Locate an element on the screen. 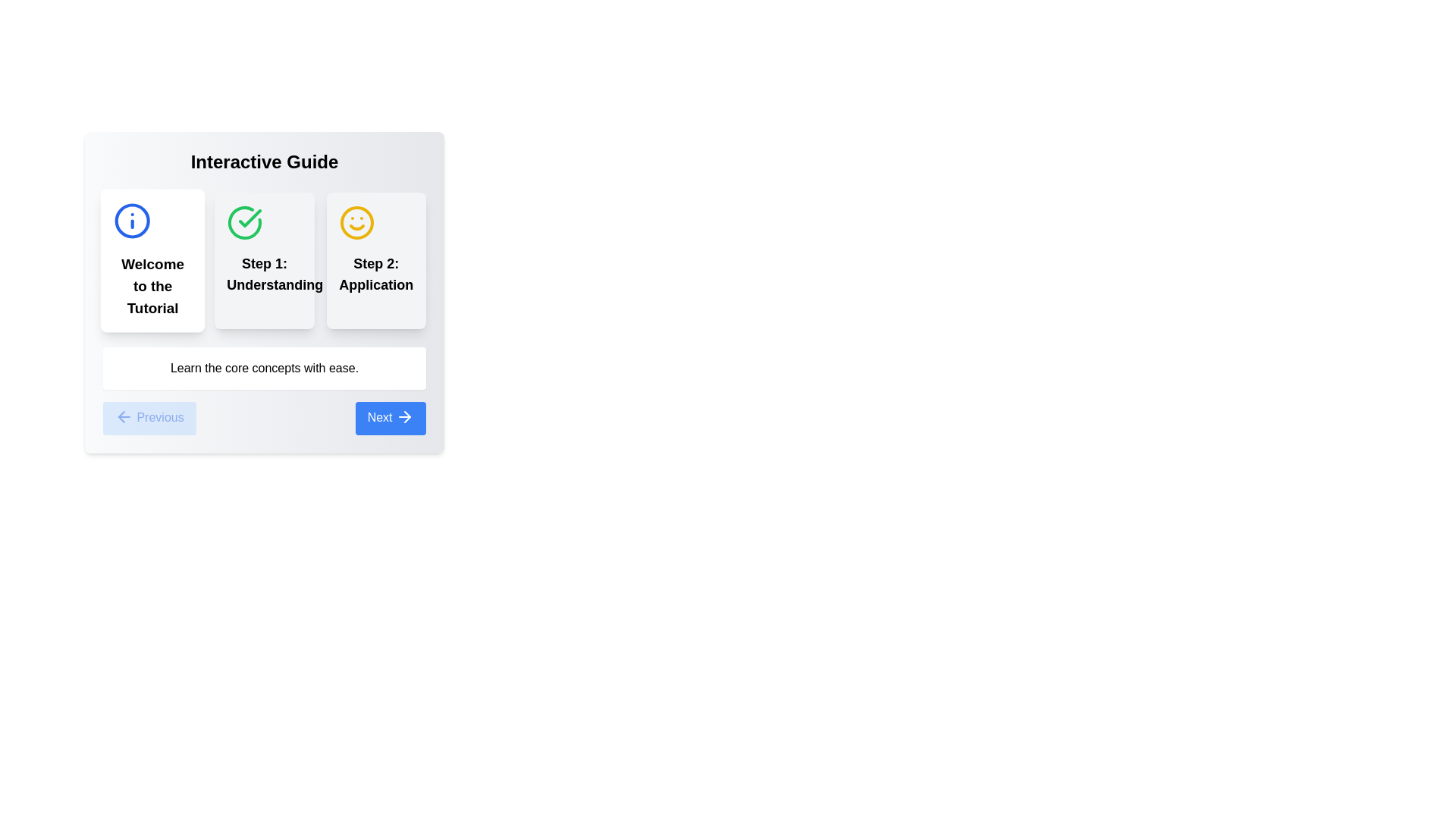 This screenshot has height=819, width=1456. the step card labeled 'Step 1: Understanding' is located at coordinates (265, 259).